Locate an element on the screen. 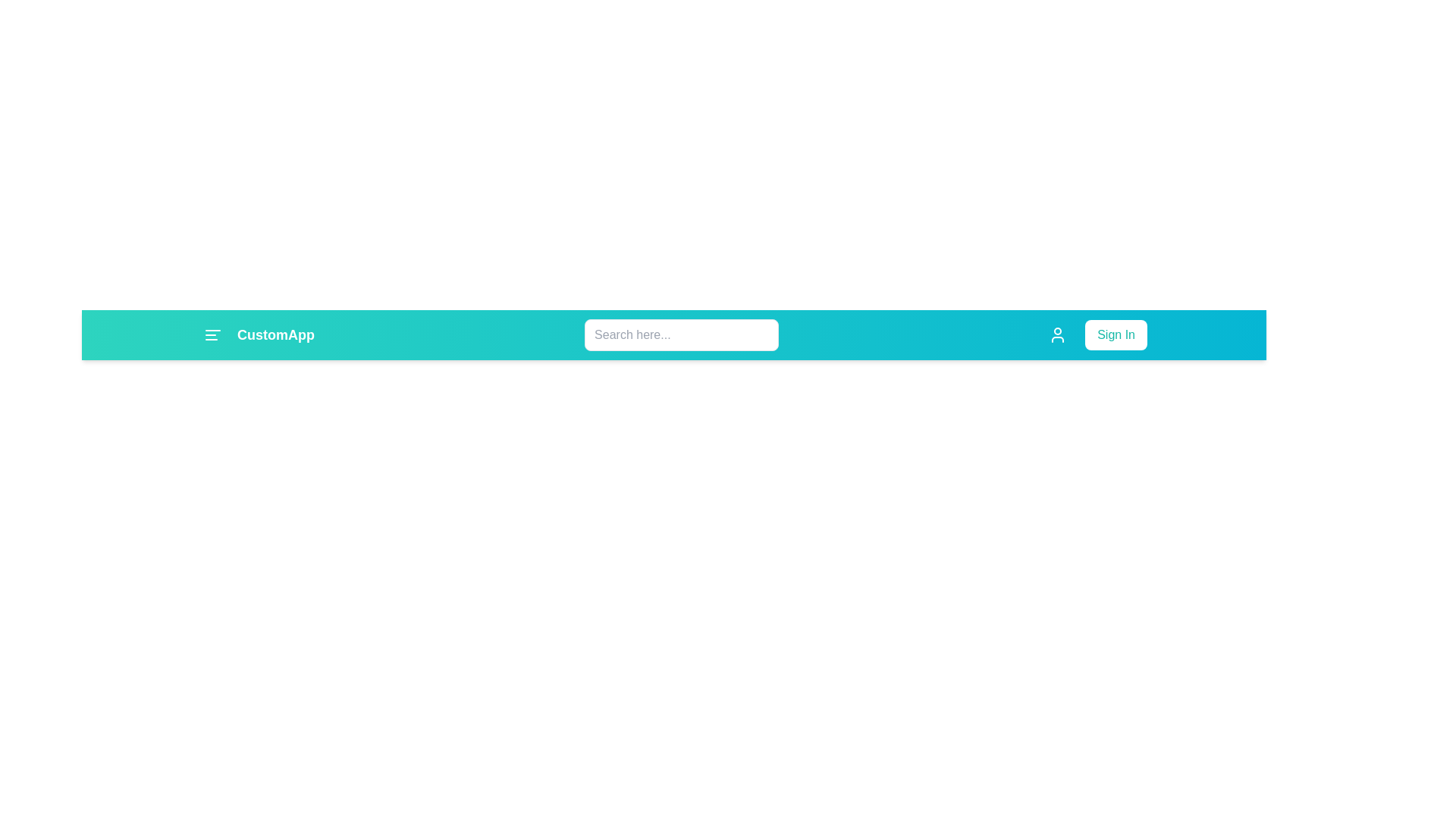  the button at user_button to observe its hover effect is located at coordinates (1057, 334).